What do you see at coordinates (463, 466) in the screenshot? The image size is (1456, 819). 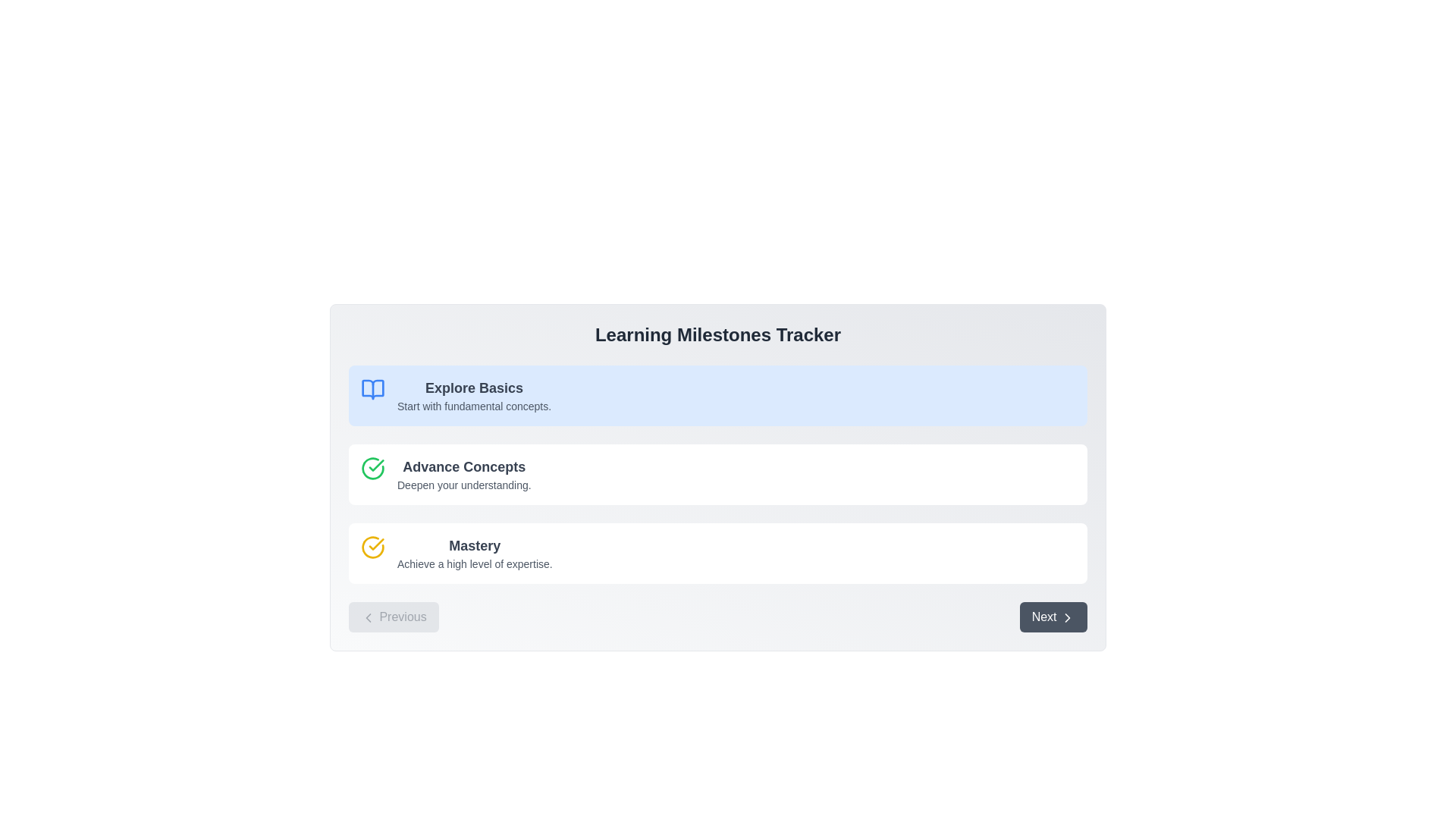 I see `the title text element indicating 'Advance Concepts' in the learning tracker interface` at bounding box center [463, 466].